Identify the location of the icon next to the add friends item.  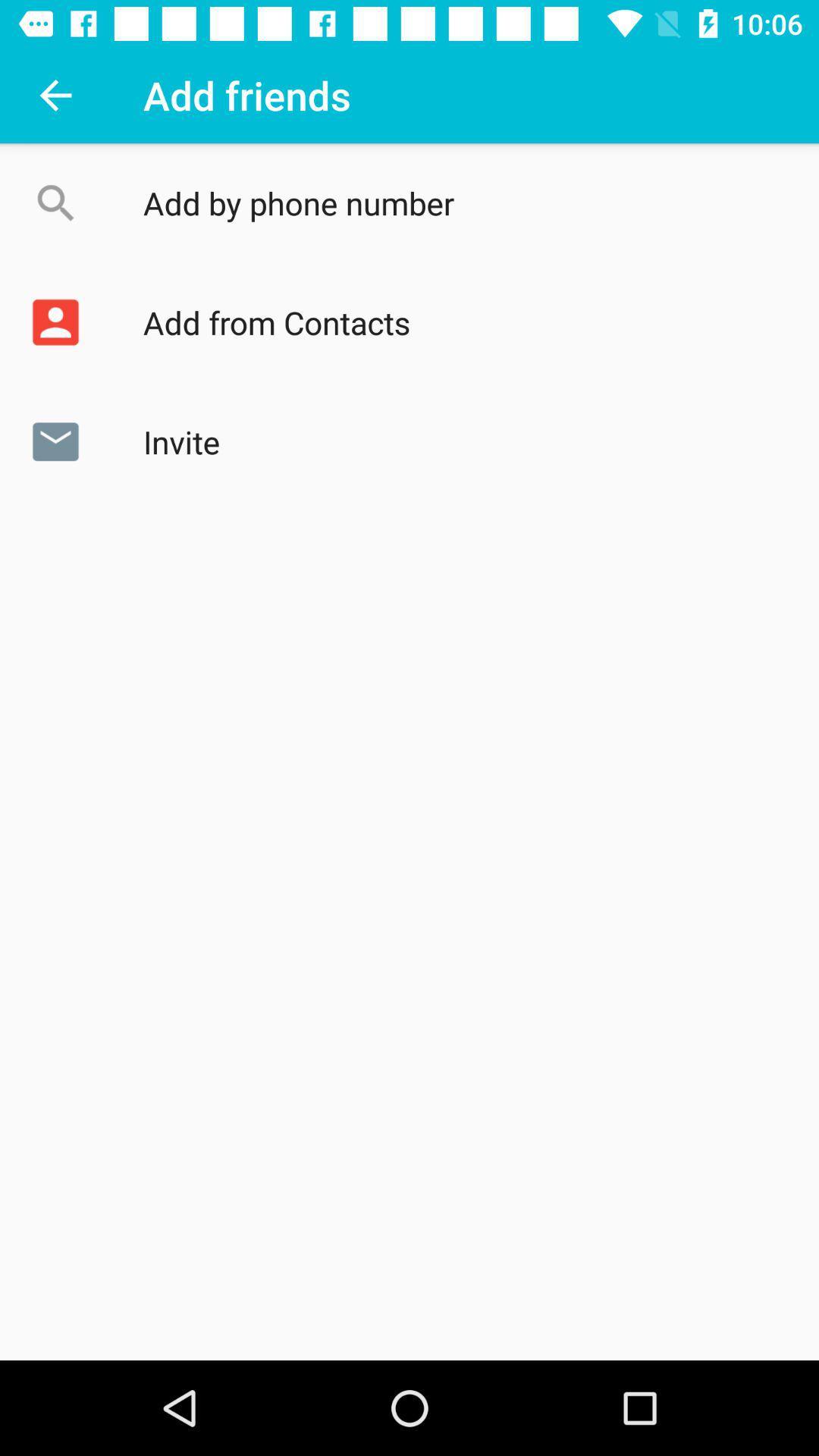
(55, 94).